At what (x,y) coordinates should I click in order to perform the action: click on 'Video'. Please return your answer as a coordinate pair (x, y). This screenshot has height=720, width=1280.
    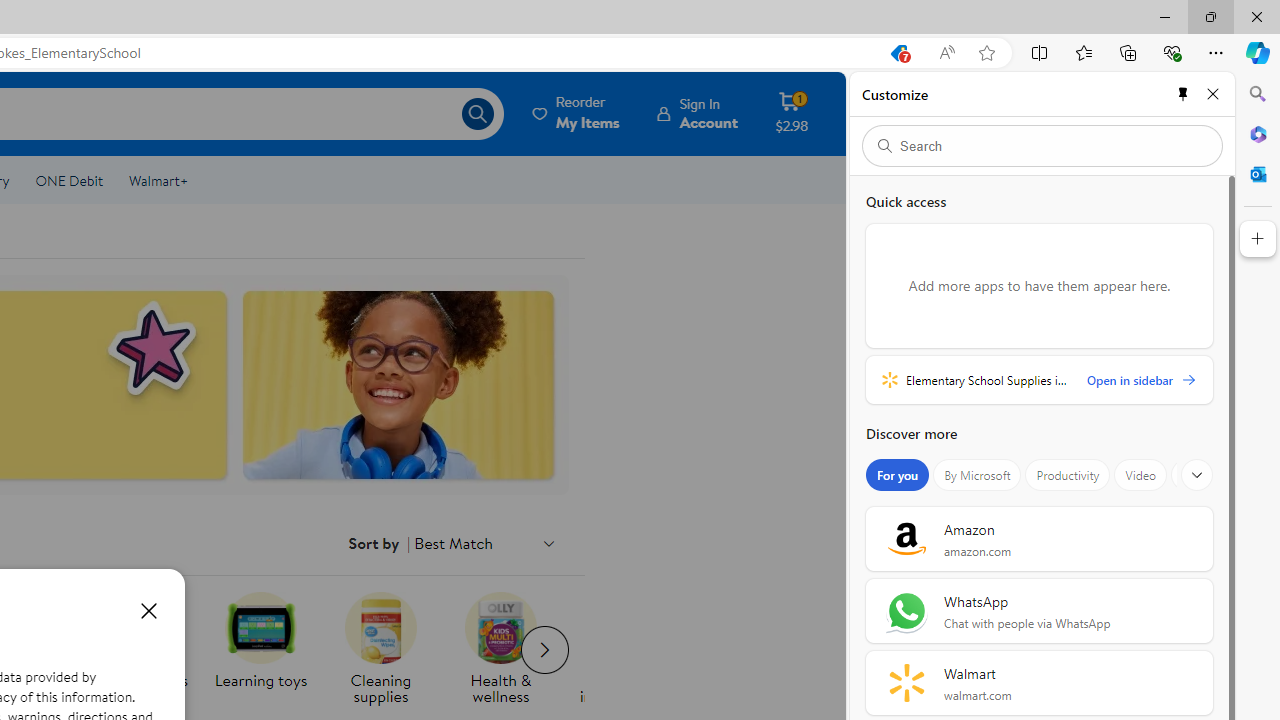
    Looking at the image, I should click on (1140, 475).